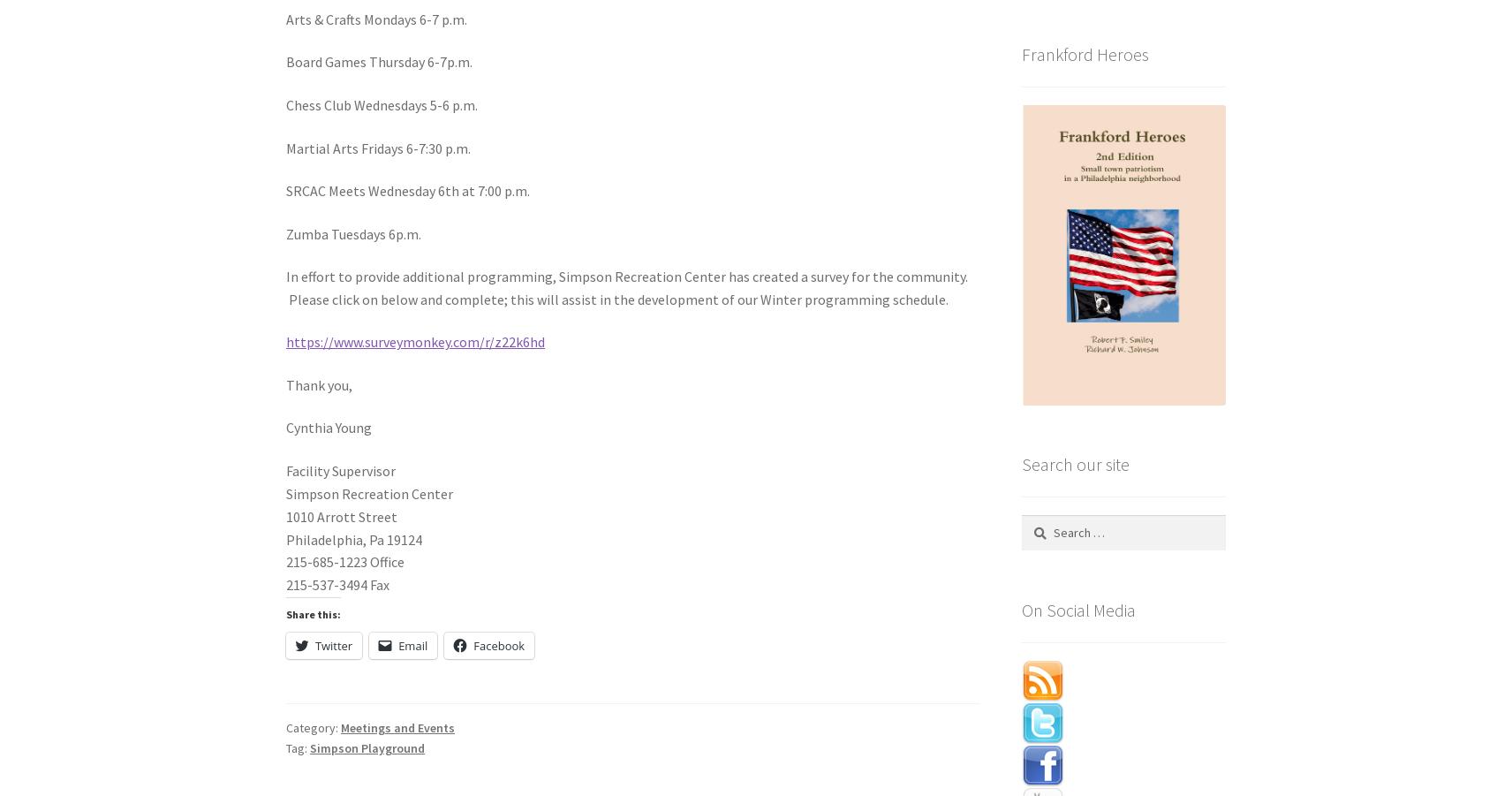  I want to click on 'https://www.surveymonkey.com/r/z22k6hd', so click(414, 340).